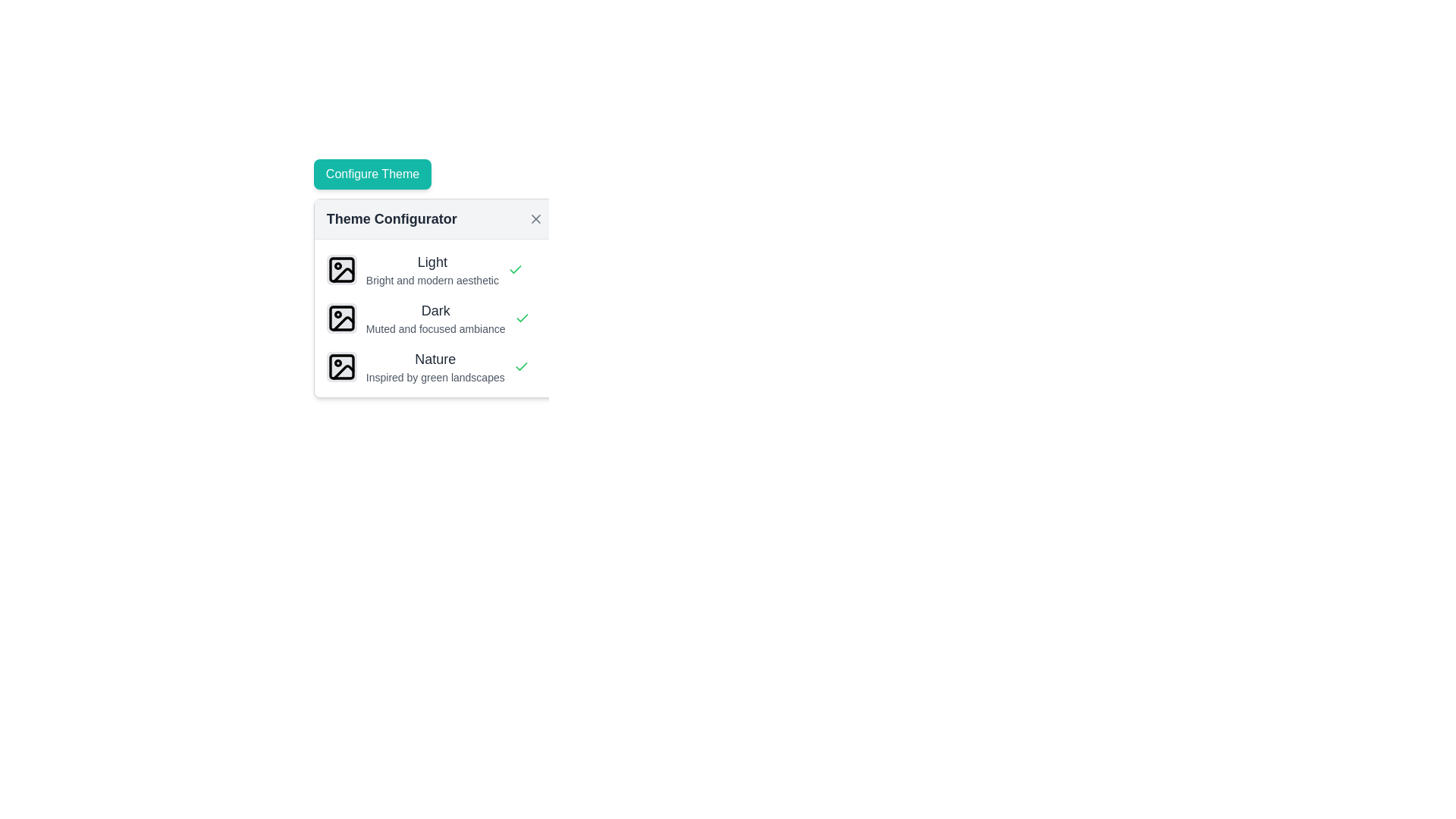  Describe the element at coordinates (435, 328) in the screenshot. I see `the descriptive text element located directly underneath the 'Dark' theme label in the 'Theme Configurator' settings panel` at that location.